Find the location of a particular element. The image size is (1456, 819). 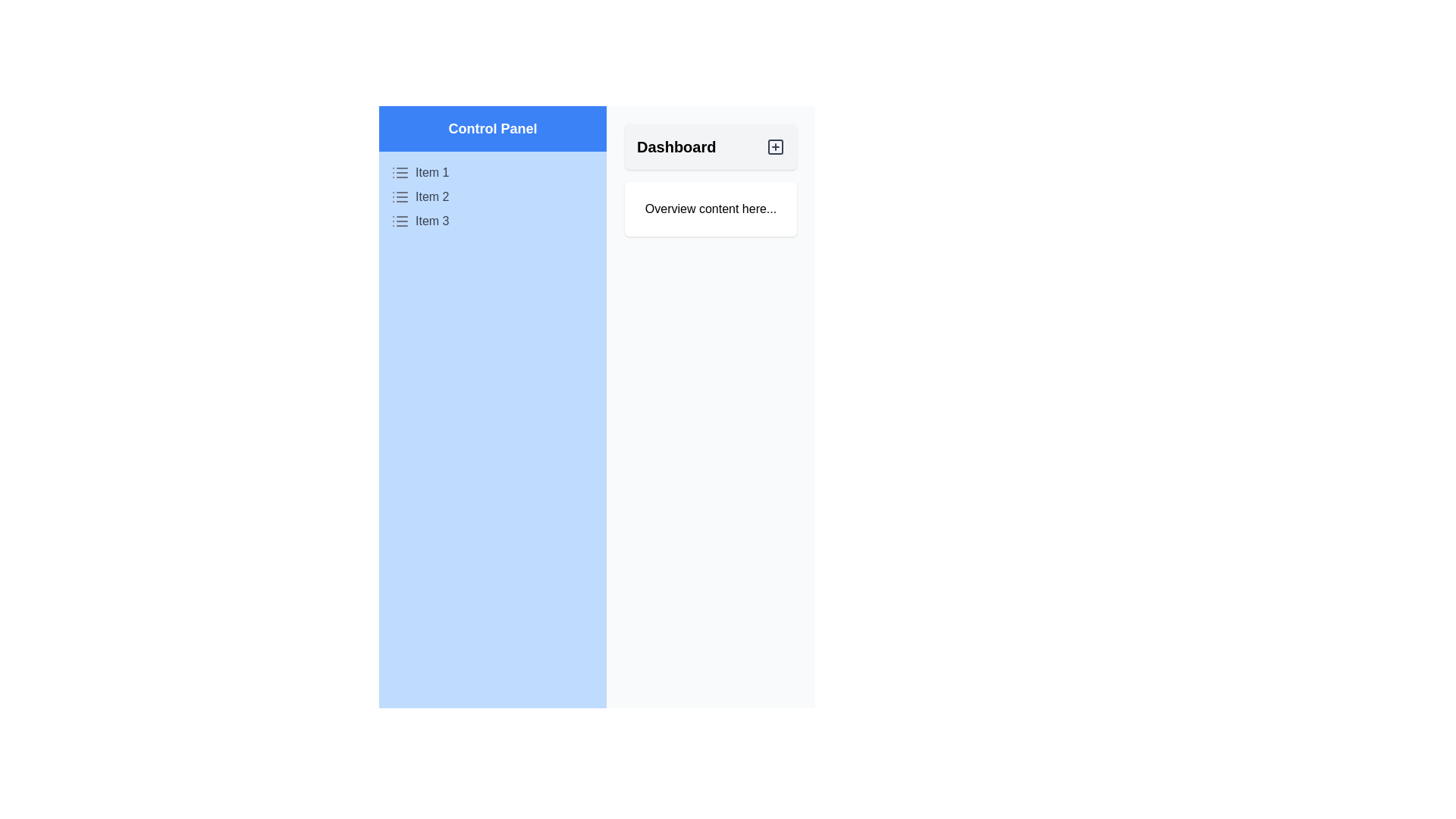

the 'Item 3' list item within the blue-colored control panel is located at coordinates (492, 221).